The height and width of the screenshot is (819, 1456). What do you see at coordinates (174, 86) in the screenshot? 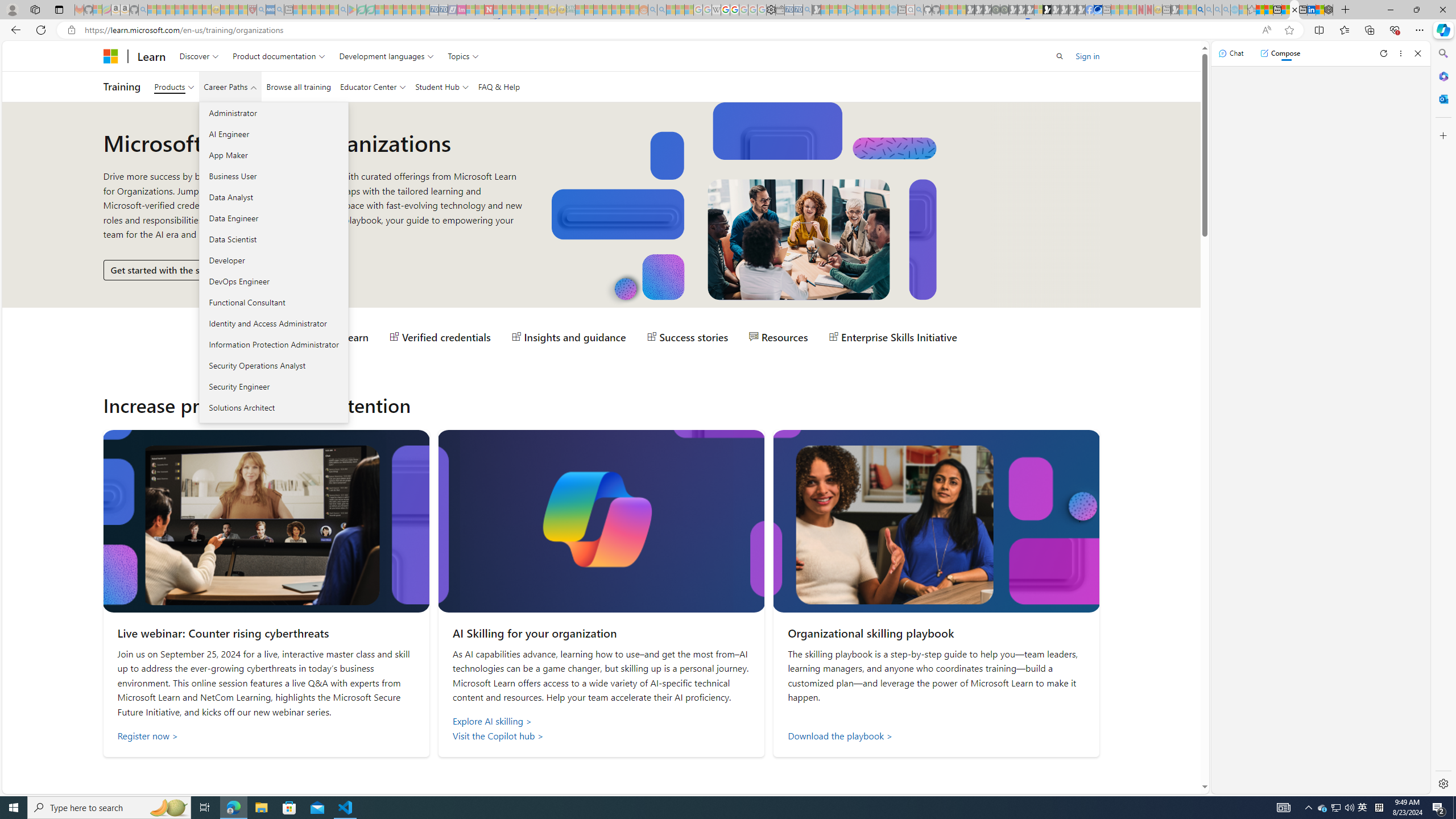
I see `'Products'` at bounding box center [174, 86].